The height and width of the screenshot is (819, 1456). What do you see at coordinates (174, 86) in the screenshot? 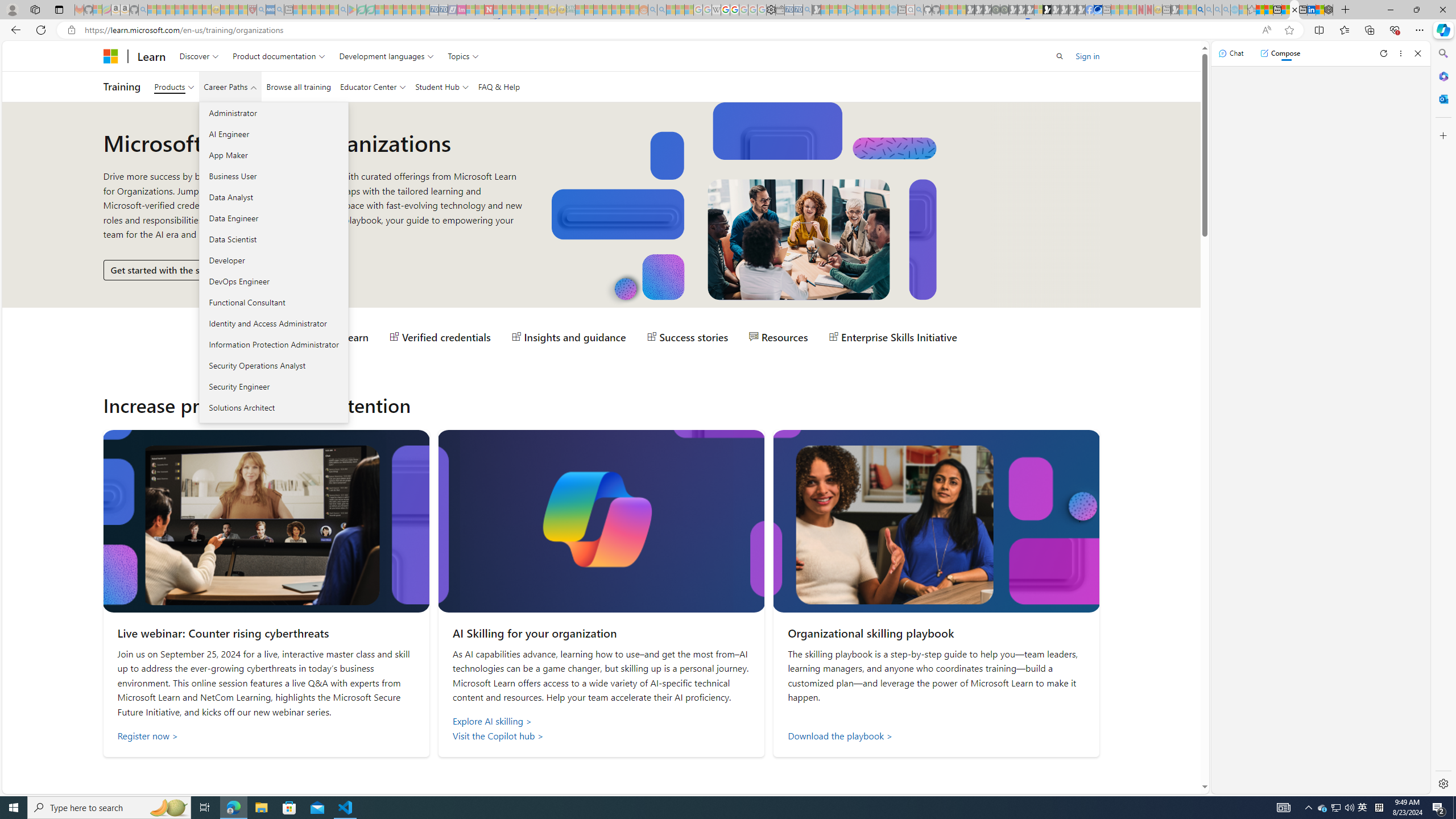
I see `'Products'` at bounding box center [174, 86].